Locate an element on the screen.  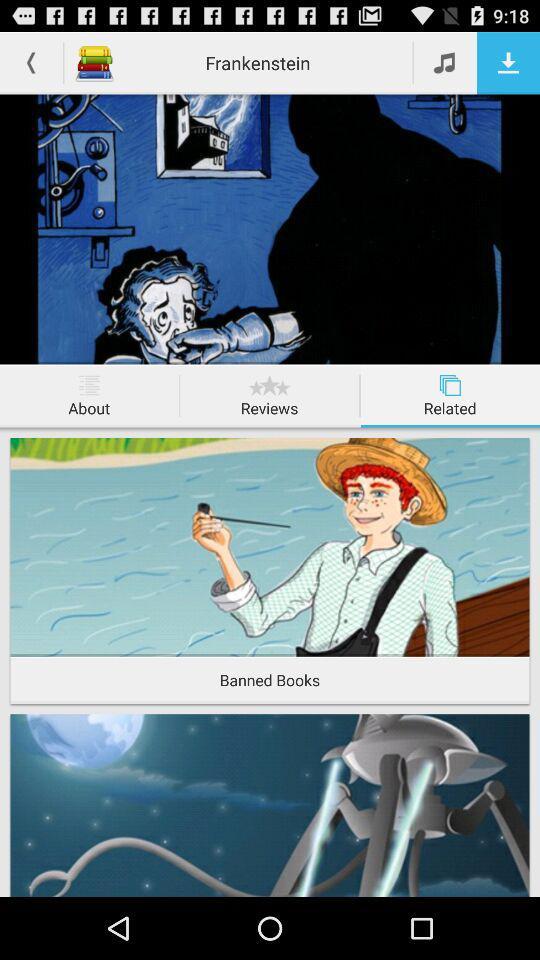
listen to music is located at coordinates (445, 62).